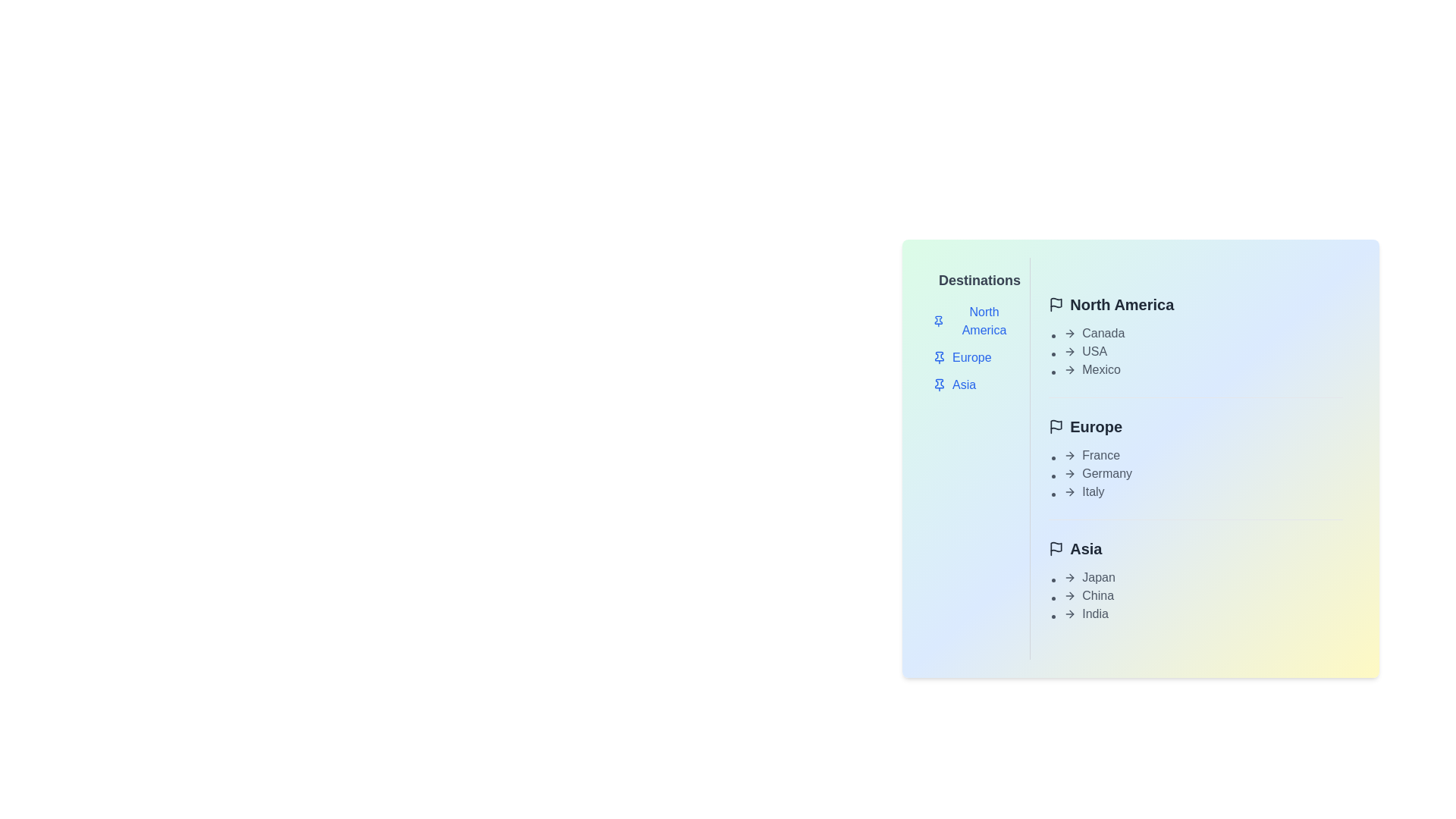 The width and height of the screenshot is (1456, 819). I want to click on the arrow icon located to the left of the 'China' text label, so click(1069, 595).